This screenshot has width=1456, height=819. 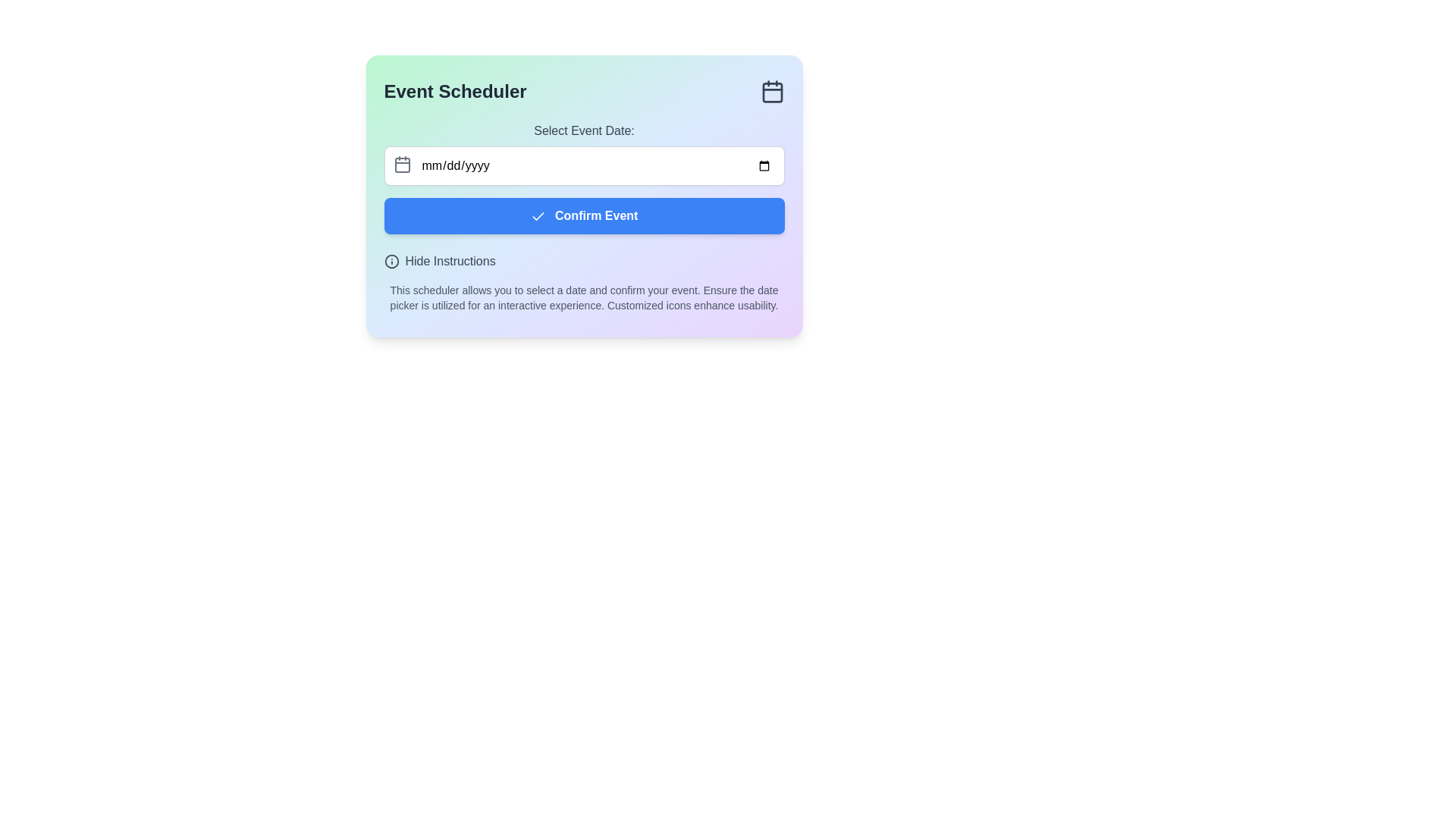 What do you see at coordinates (538, 216) in the screenshot?
I see `the checkmark icon located slightly left of the 'Confirm Event' button, which visually indicates confirmation of an action` at bounding box center [538, 216].